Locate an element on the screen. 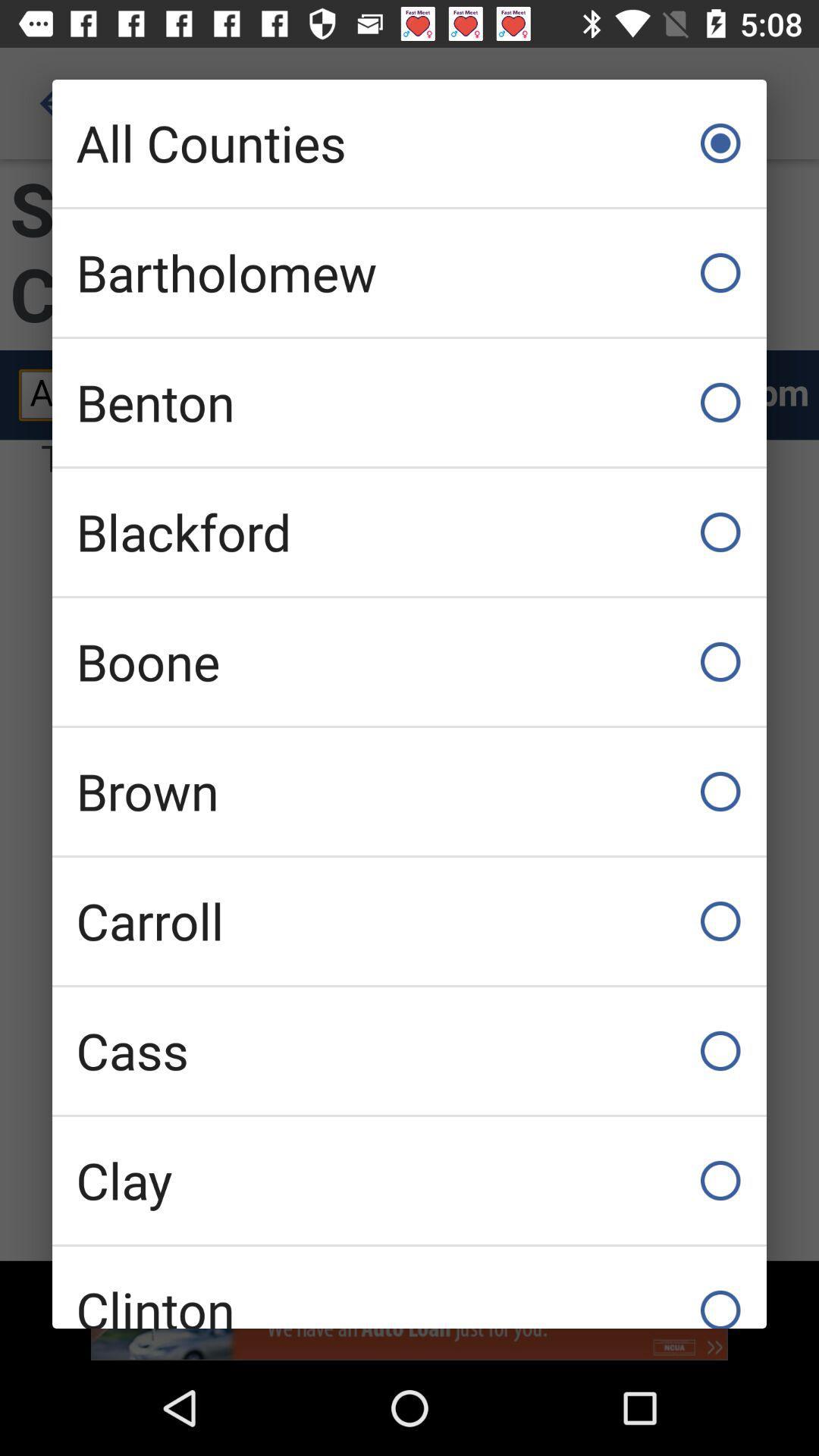  item above bartholomew item is located at coordinates (409, 143).